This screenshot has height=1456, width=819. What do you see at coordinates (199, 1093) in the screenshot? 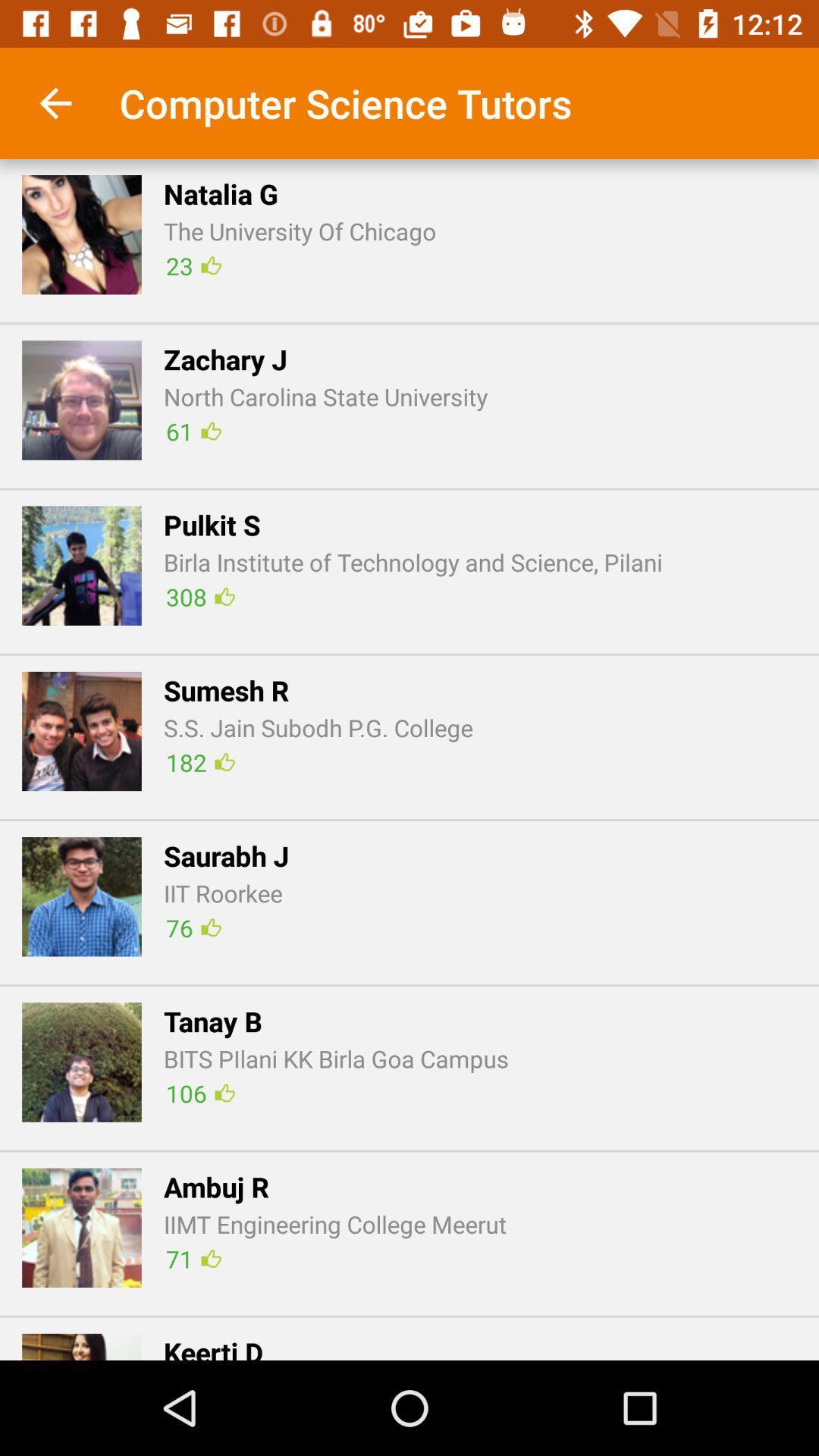
I see `the 106` at bounding box center [199, 1093].